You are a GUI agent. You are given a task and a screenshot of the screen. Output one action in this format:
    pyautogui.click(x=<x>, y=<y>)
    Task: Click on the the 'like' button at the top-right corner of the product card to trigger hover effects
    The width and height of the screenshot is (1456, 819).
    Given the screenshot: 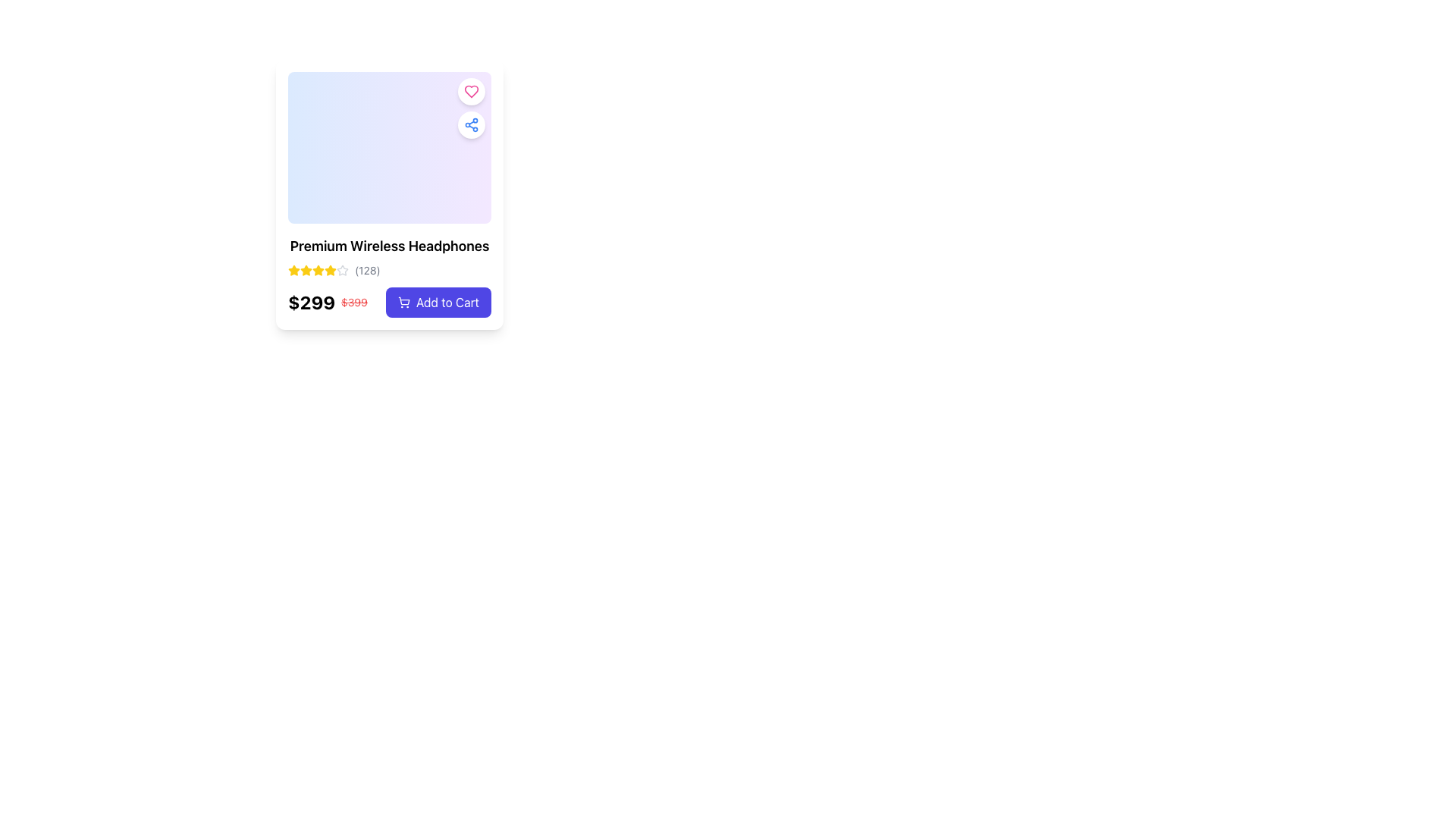 What is the action you would take?
    pyautogui.click(x=471, y=91)
    